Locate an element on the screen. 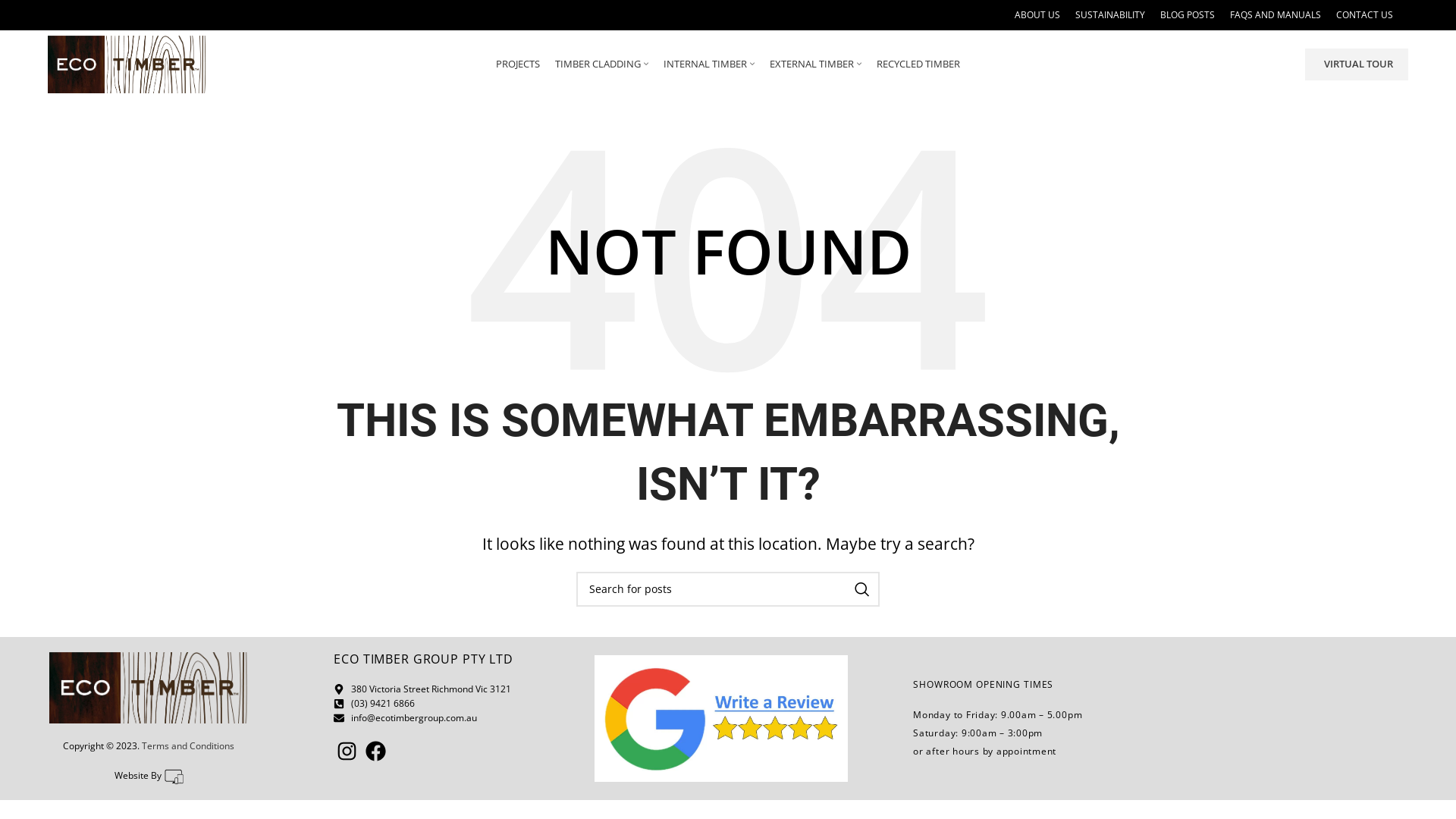  'SEARCH' is located at coordinates (843, 588).